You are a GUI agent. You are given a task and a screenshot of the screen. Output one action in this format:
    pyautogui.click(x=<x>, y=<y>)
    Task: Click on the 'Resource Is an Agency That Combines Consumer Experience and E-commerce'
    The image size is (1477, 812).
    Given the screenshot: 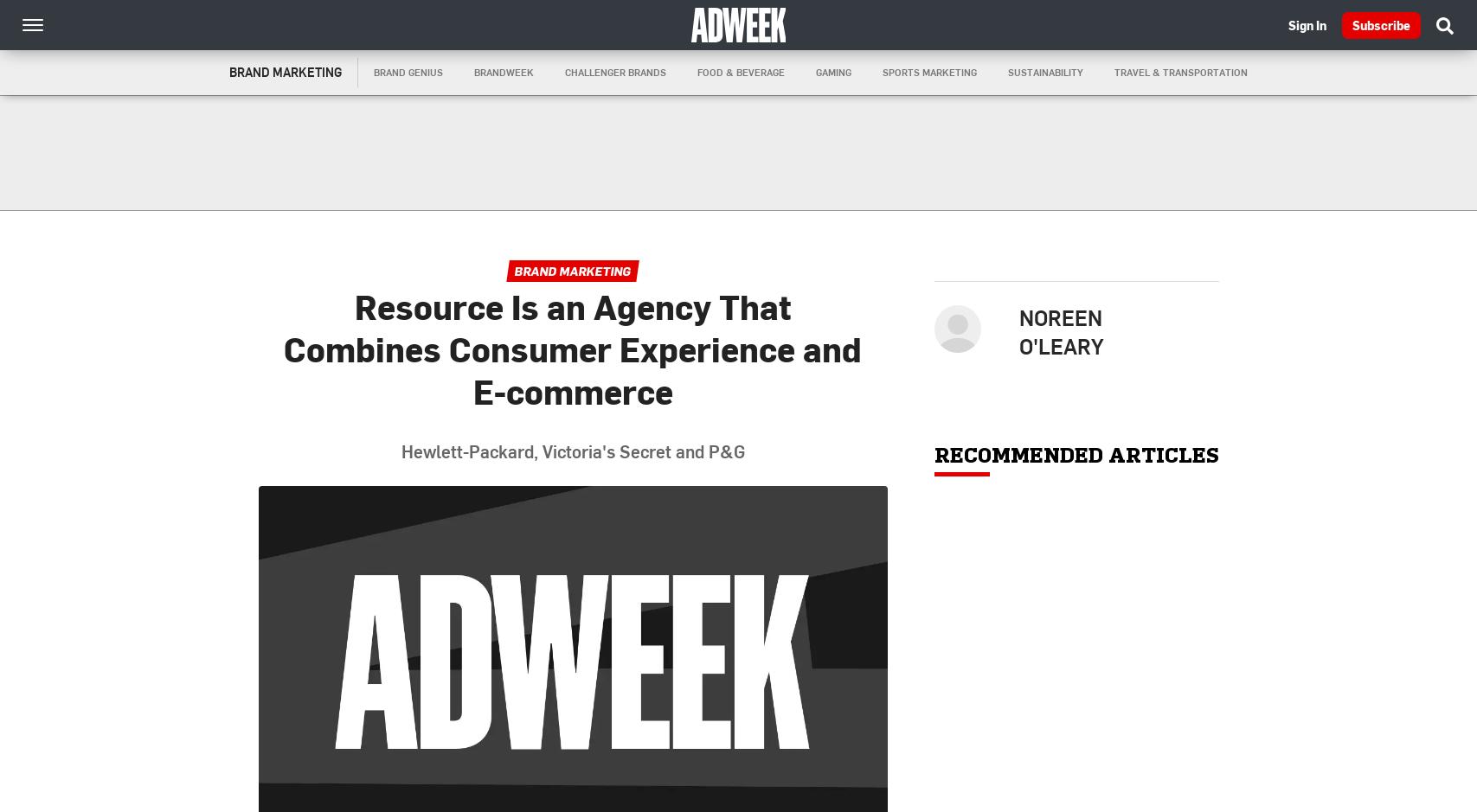 What is the action you would take?
    pyautogui.click(x=572, y=348)
    